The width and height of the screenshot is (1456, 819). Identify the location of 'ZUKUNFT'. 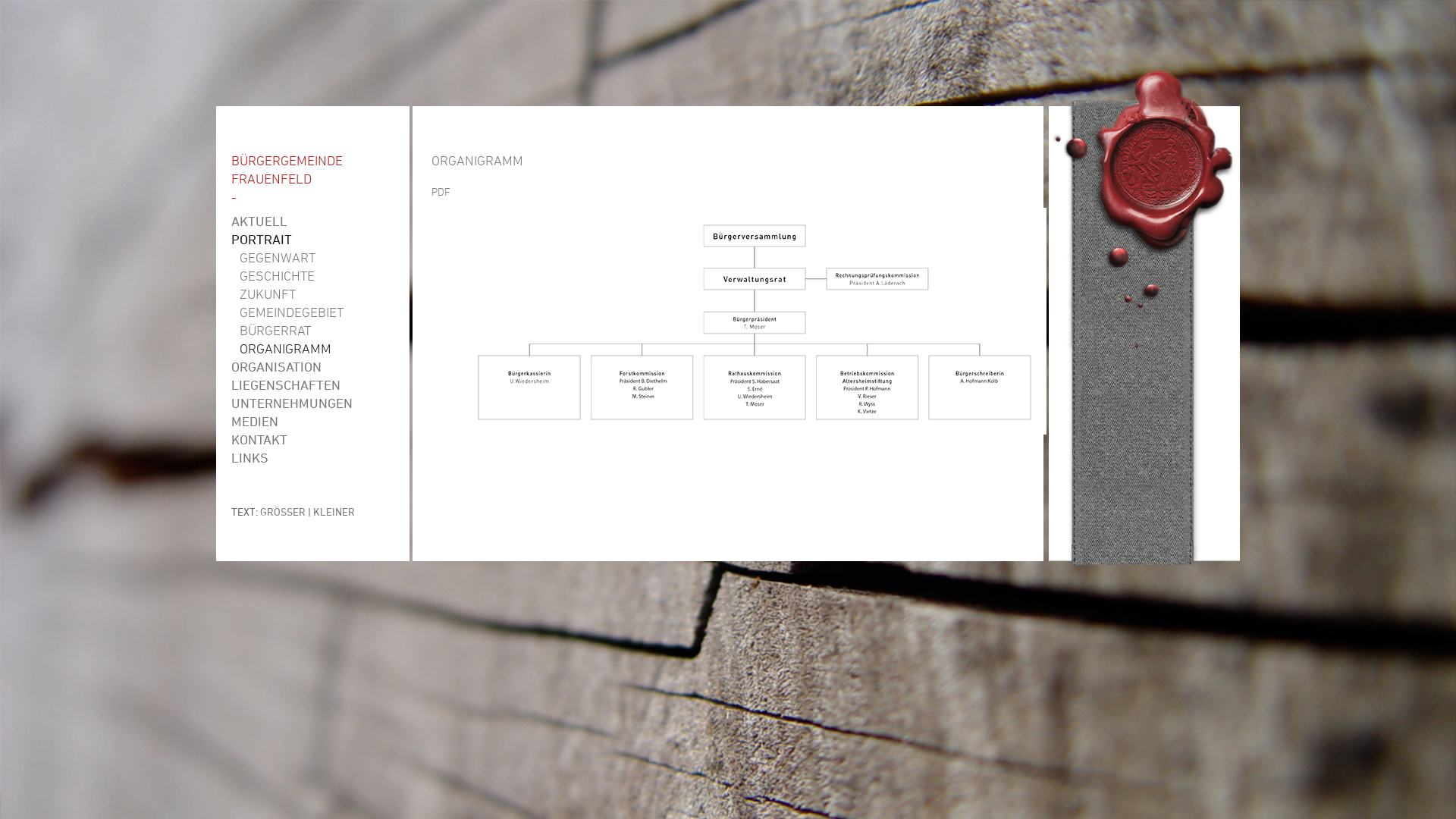
(215, 294).